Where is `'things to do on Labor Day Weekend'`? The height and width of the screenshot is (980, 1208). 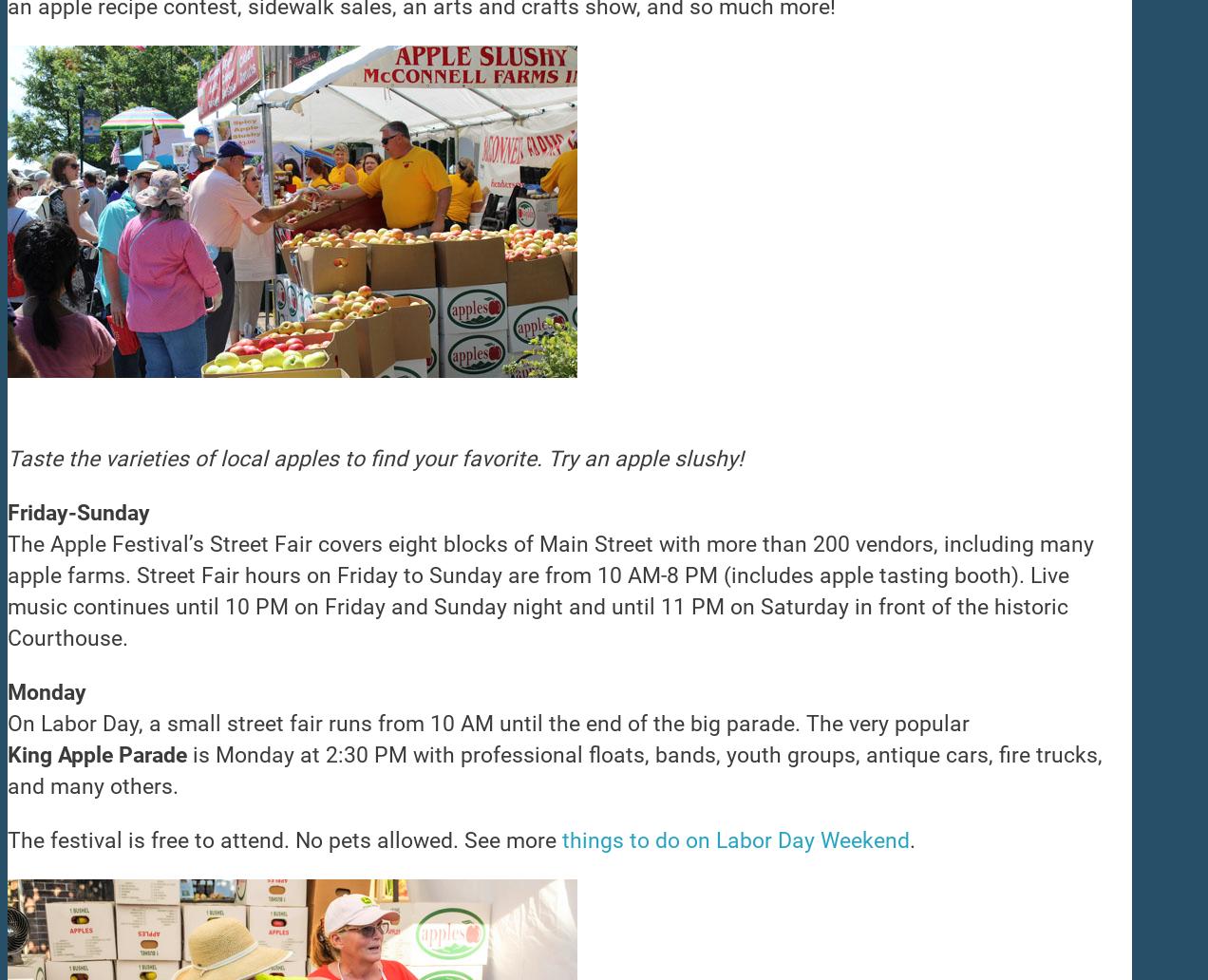 'things to do on Labor Day Weekend' is located at coordinates (735, 840).